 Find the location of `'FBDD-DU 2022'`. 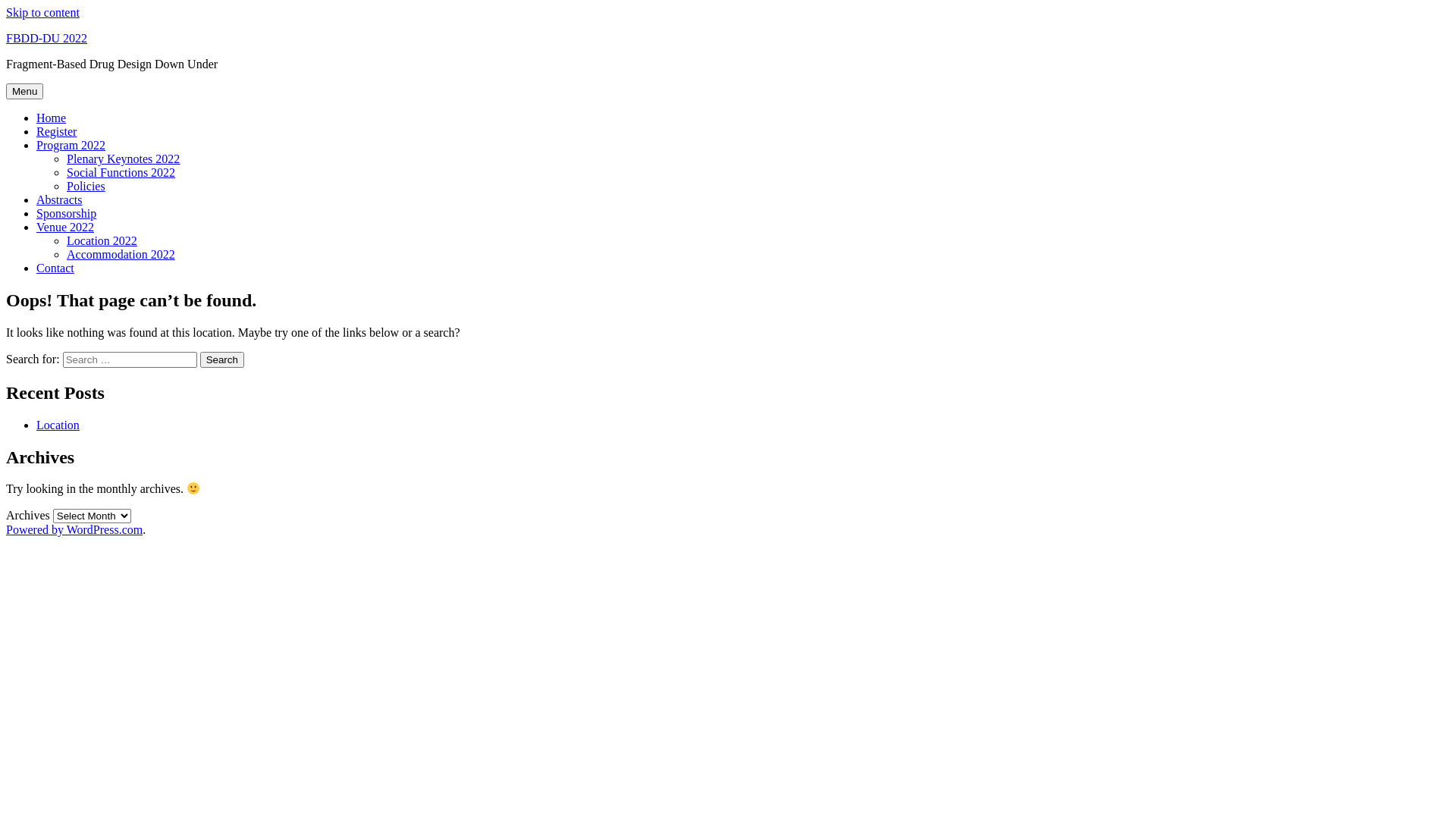

'FBDD-DU 2022' is located at coordinates (6, 37).